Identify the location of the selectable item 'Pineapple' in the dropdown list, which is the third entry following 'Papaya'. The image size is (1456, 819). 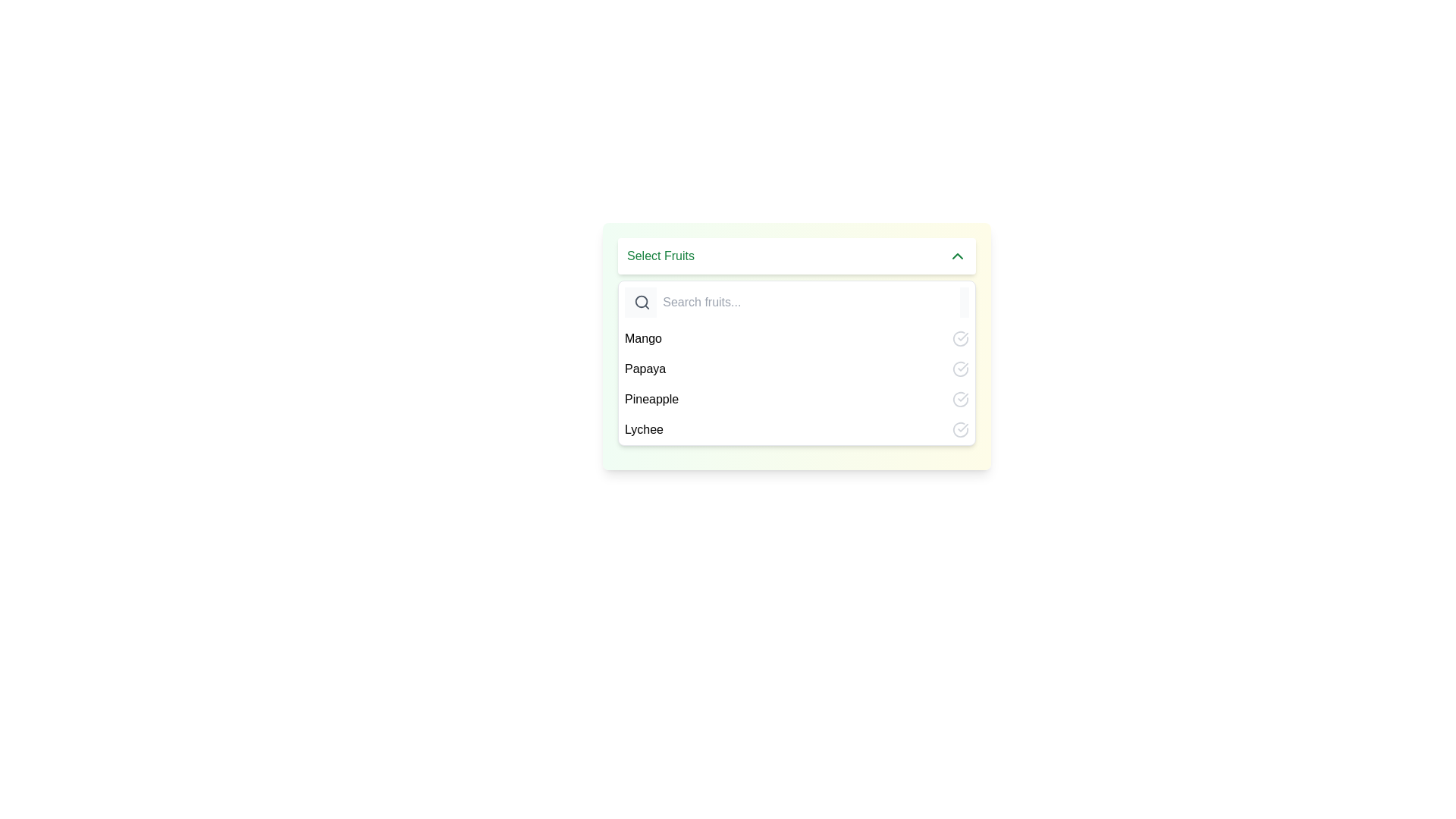
(796, 383).